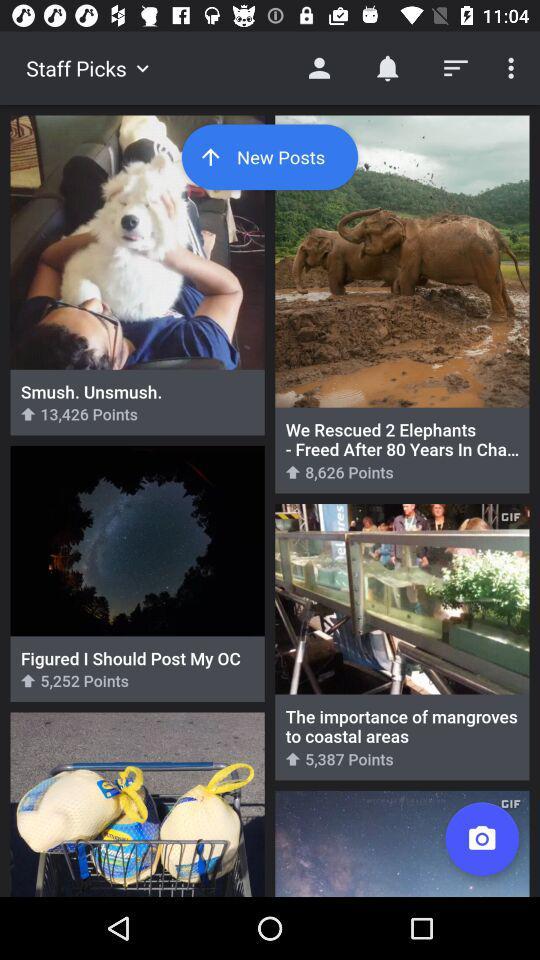 The width and height of the screenshot is (540, 960). What do you see at coordinates (508, 68) in the screenshot?
I see `the more icon` at bounding box center [508, 68].